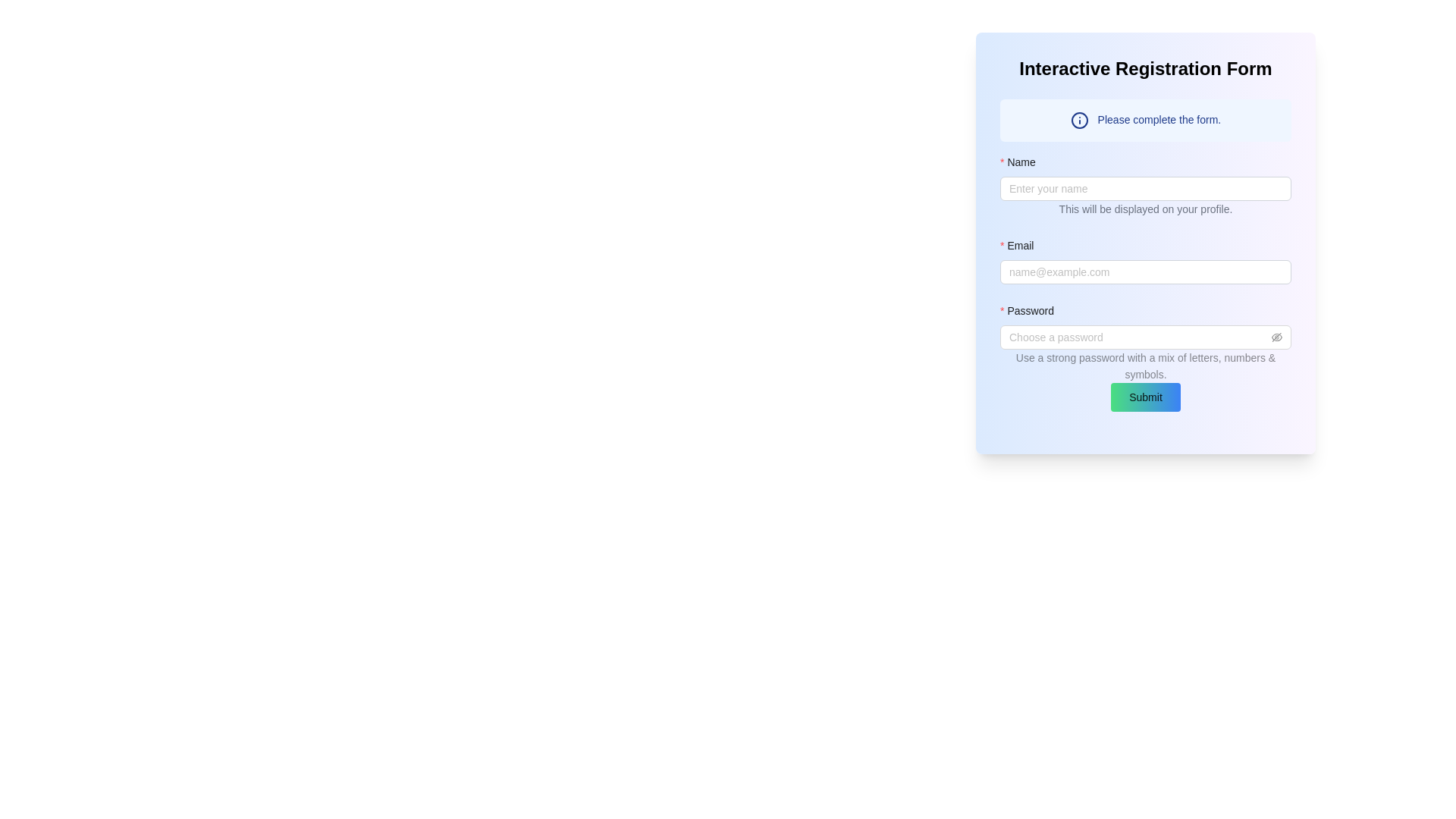 This screenshot has height=819, width=1456. Describe the element at coordinates (1031, 310) in the screenshot. I see `the password label that indicates the adjacent input field for password entry in the interactive registration form` at that location.